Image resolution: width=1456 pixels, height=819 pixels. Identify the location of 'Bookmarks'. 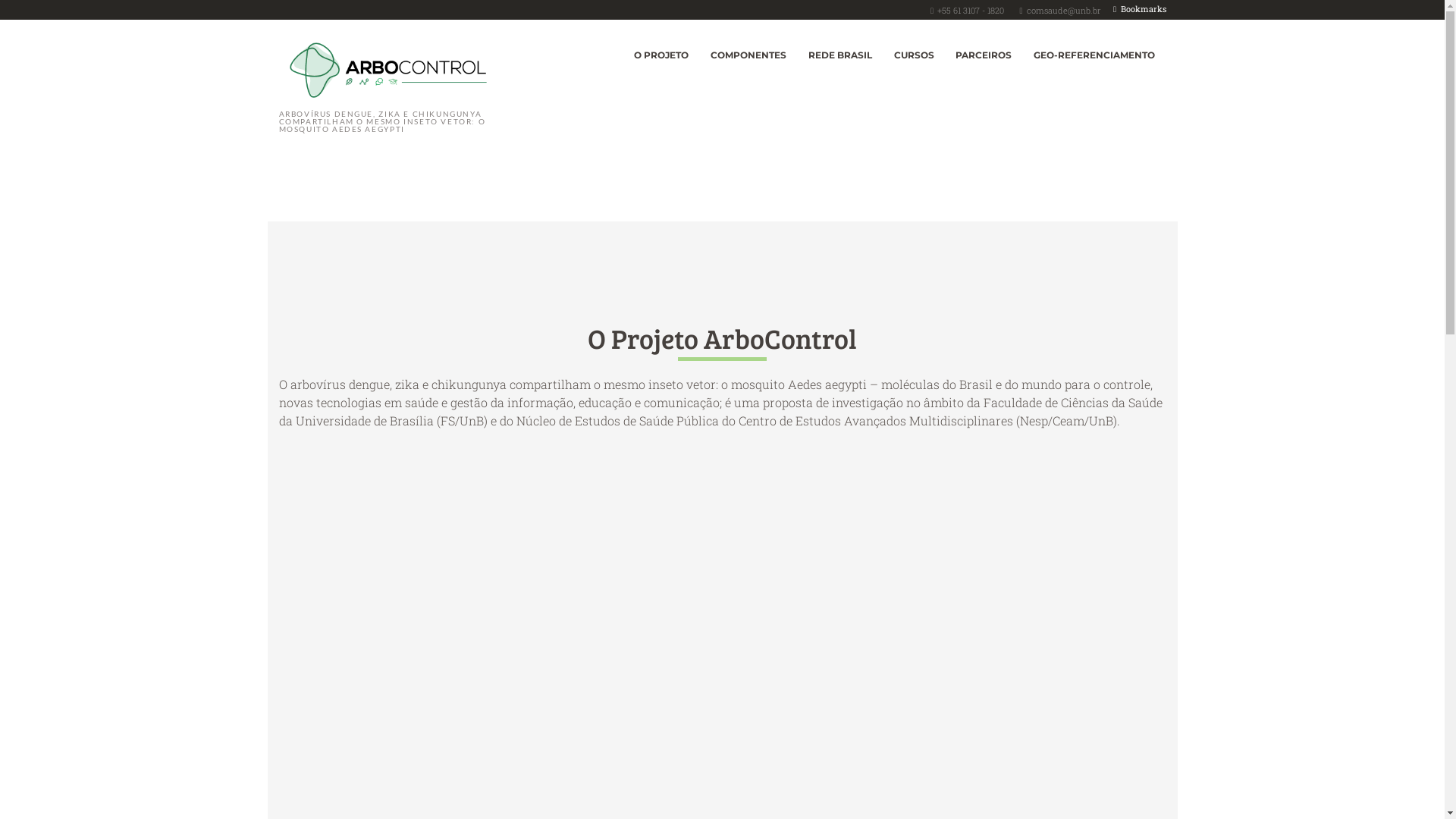
(1139, 8).